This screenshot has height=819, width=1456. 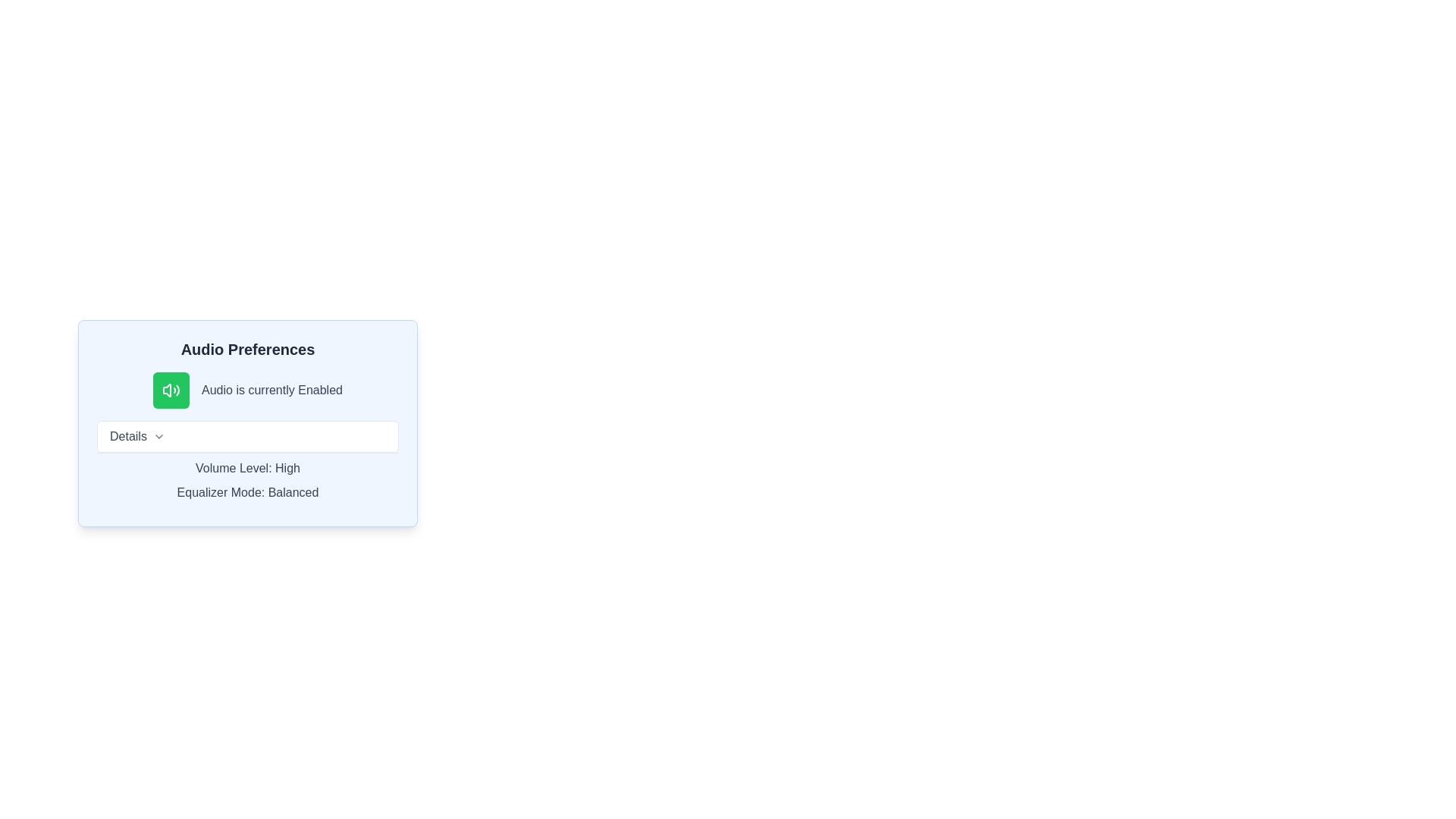 What do you see at coordinates (247, 463) in the screenshot?
I see `the Text content block that provides detailed information about the audio settings, located in the 'Audio Preferences' section just below the 'Details' button` at bounding box center [247, 463].